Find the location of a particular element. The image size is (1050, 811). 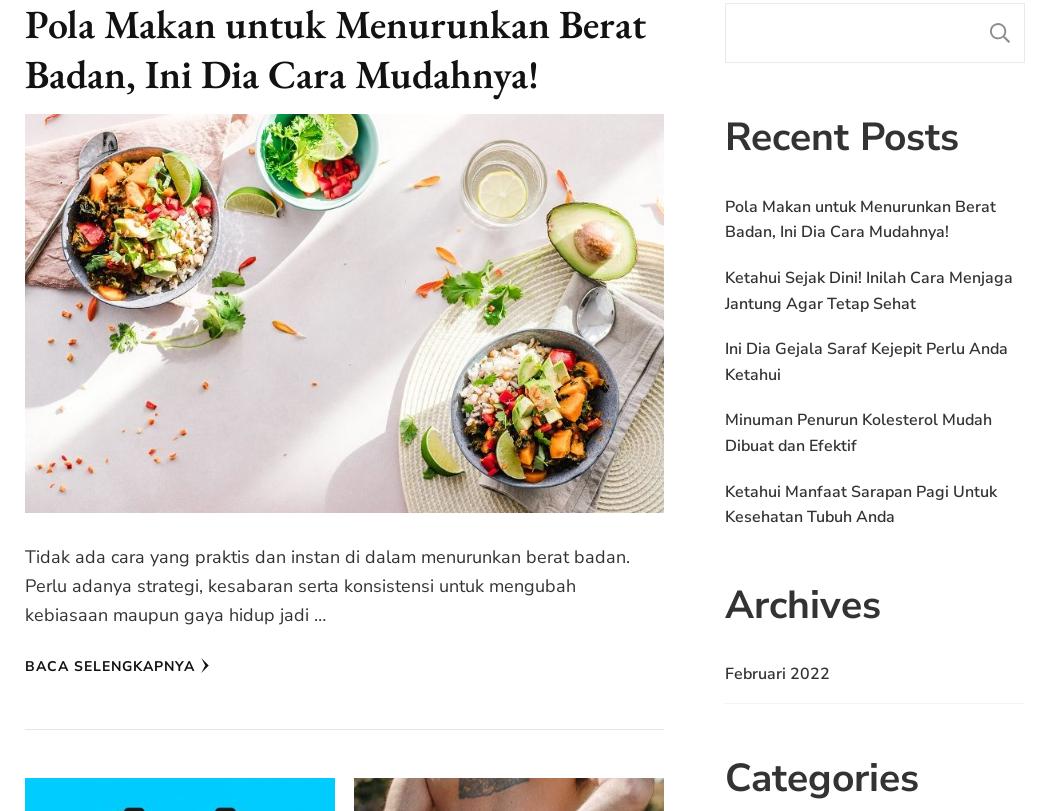

'Ketahui Manfaat Sarapan Pagi Untuk Kesehatan Tubuh Anda' is located at coordinates (861, 503).